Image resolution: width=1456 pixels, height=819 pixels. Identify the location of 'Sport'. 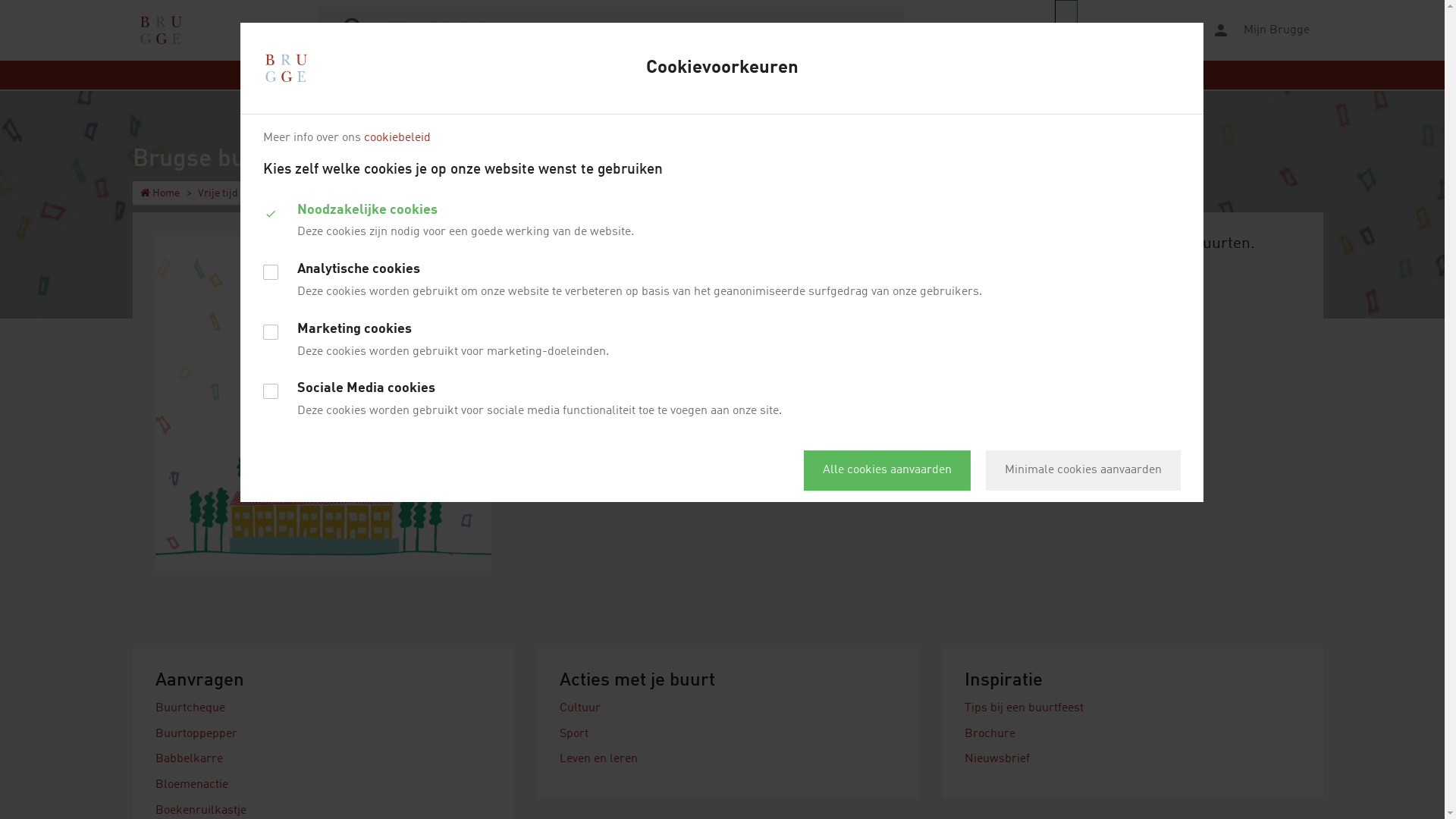
(573, 733).